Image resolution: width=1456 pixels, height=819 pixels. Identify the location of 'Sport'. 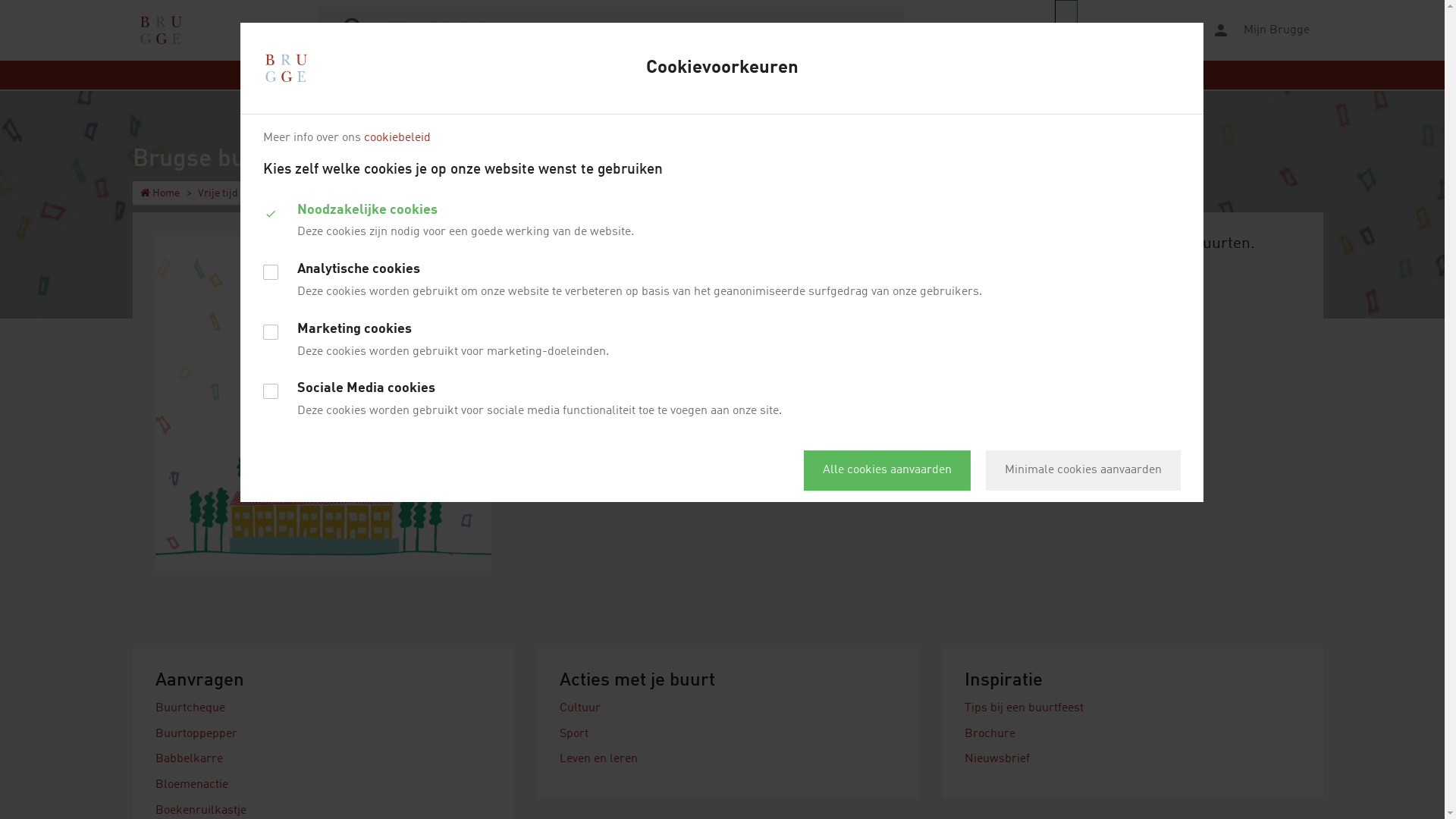
(573, 733).